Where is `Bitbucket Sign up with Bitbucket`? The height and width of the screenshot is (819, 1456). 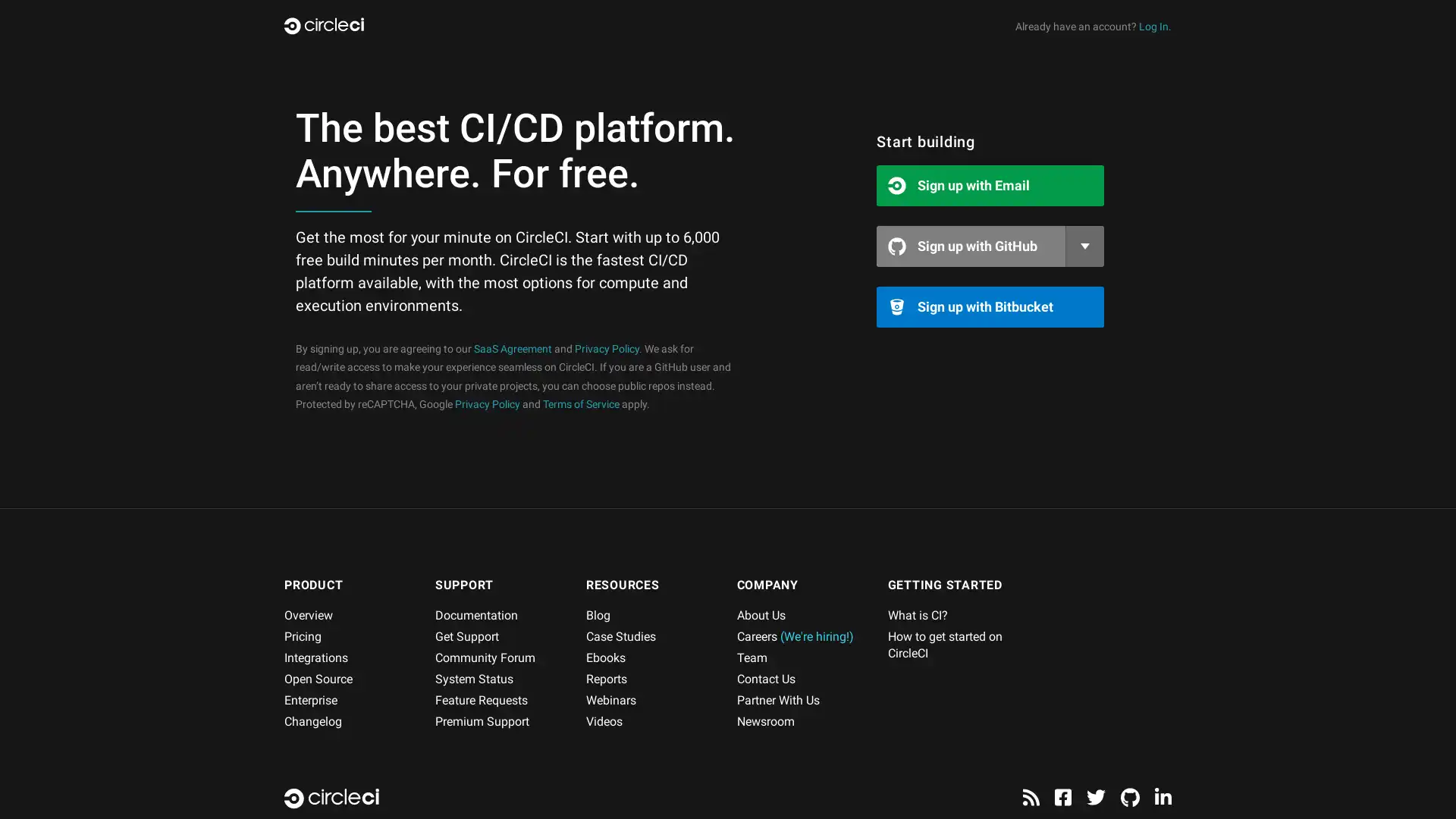
Bitbucket Sign up with Bitbucket is located at coordinates (990, 307).